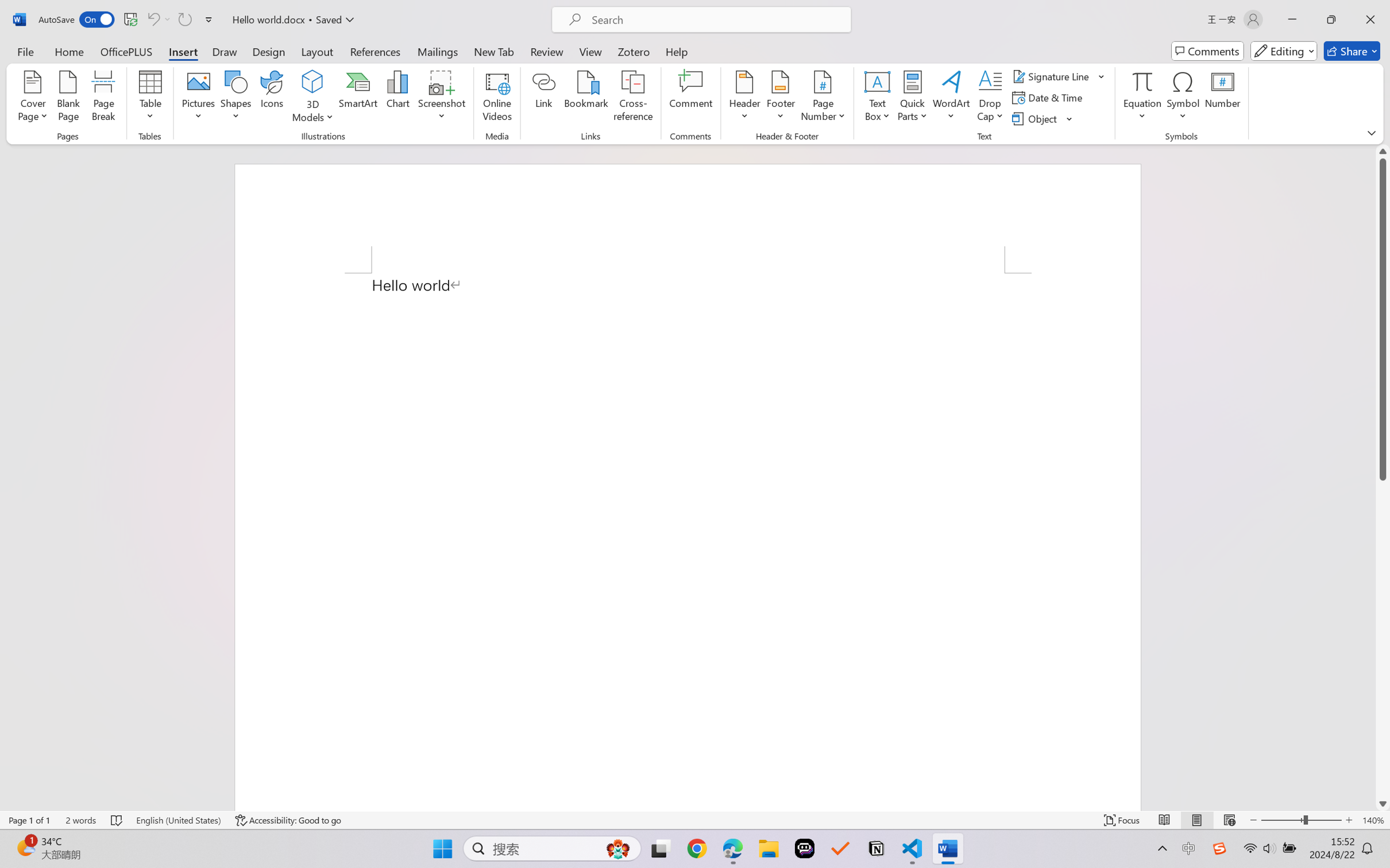  What do you see at coordinates (1048, 98) in the screenshot?
I see `'Date & Time...'` at bounding box center [1048, 98].